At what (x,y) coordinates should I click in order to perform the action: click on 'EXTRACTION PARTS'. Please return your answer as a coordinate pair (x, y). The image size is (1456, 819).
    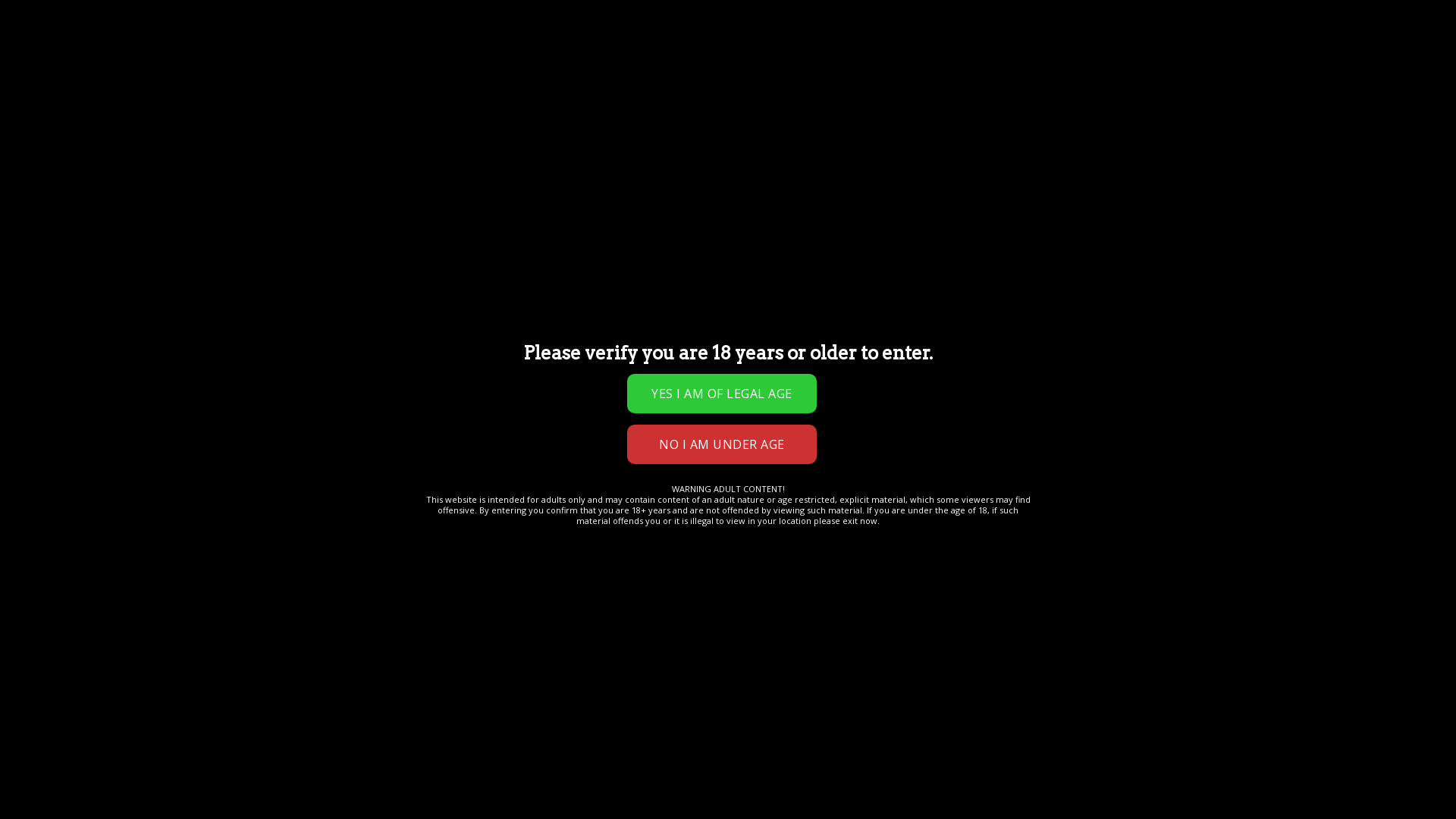
    Looking at the image, I should click on (175, 160).